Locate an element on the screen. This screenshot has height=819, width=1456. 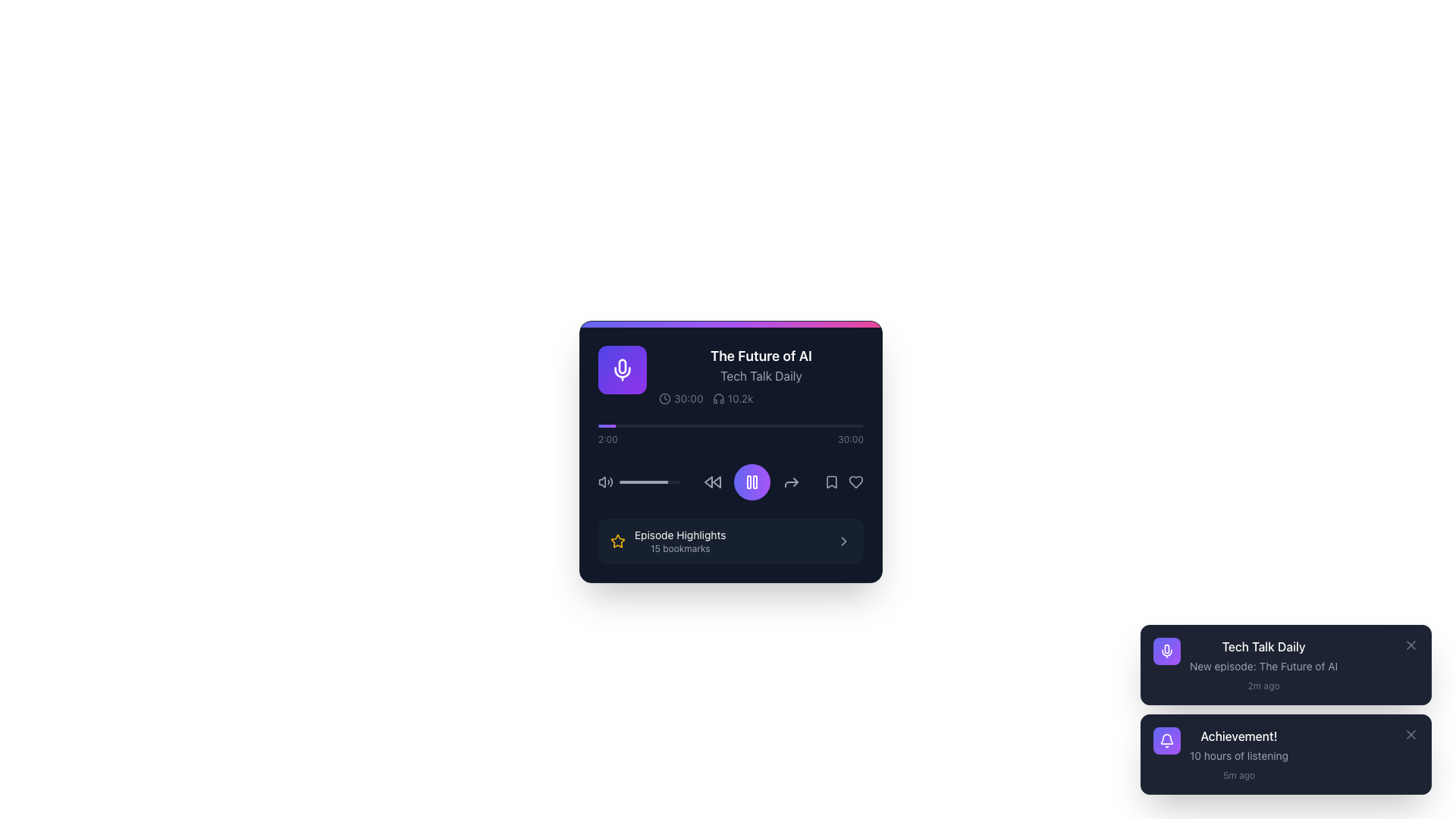
the icon group containing a bookmark and heart is located at coordinates (843, 482).